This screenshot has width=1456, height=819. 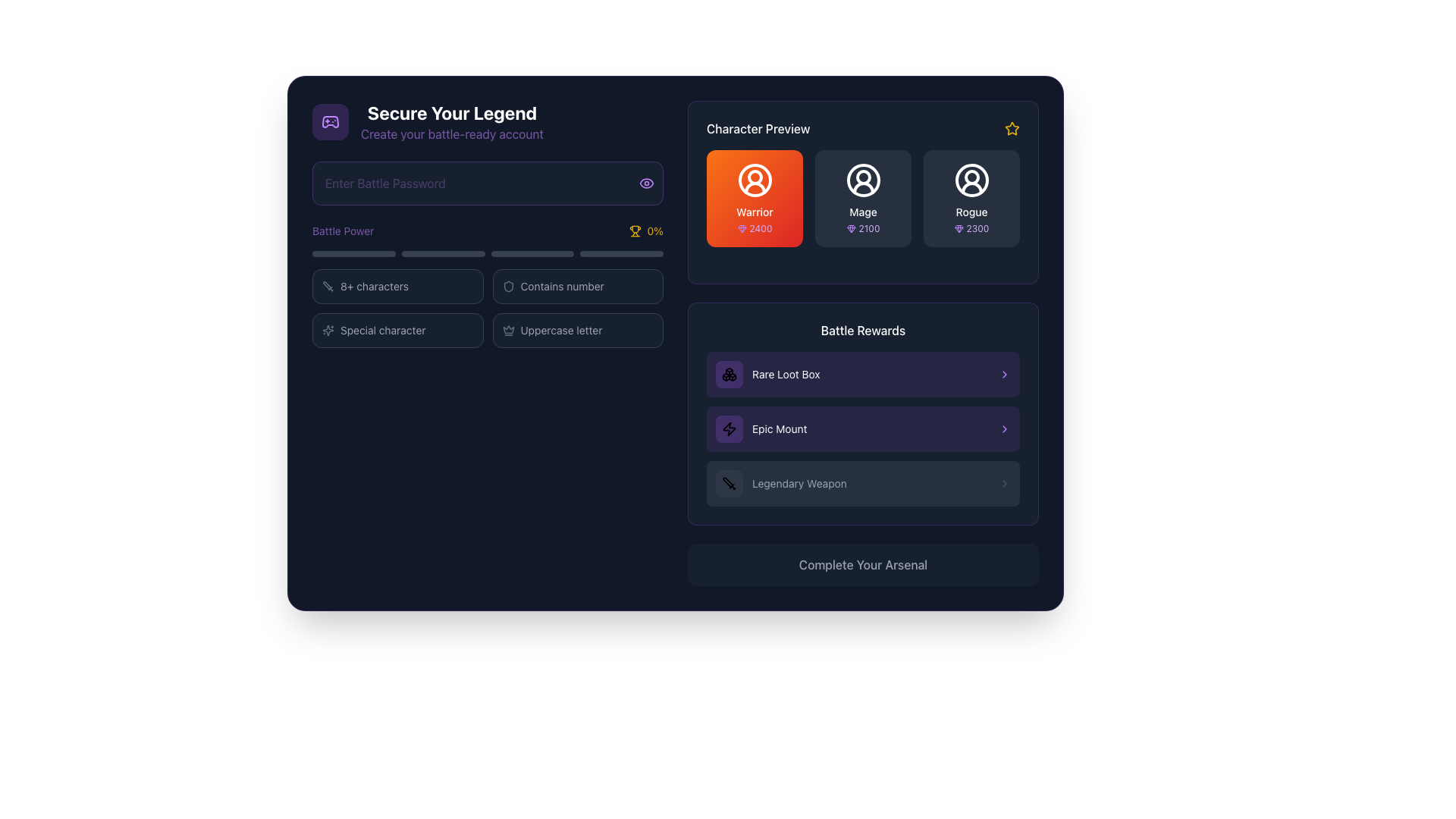 What do you see at coordinates (330, 121) in the screenshot?
I see `the square-shaped purple background enclosing the stylized game controller icon, which serves as a visual identifier for the section to the left of the 'Secure Your Legend' text` at bounding box center [330, 121].